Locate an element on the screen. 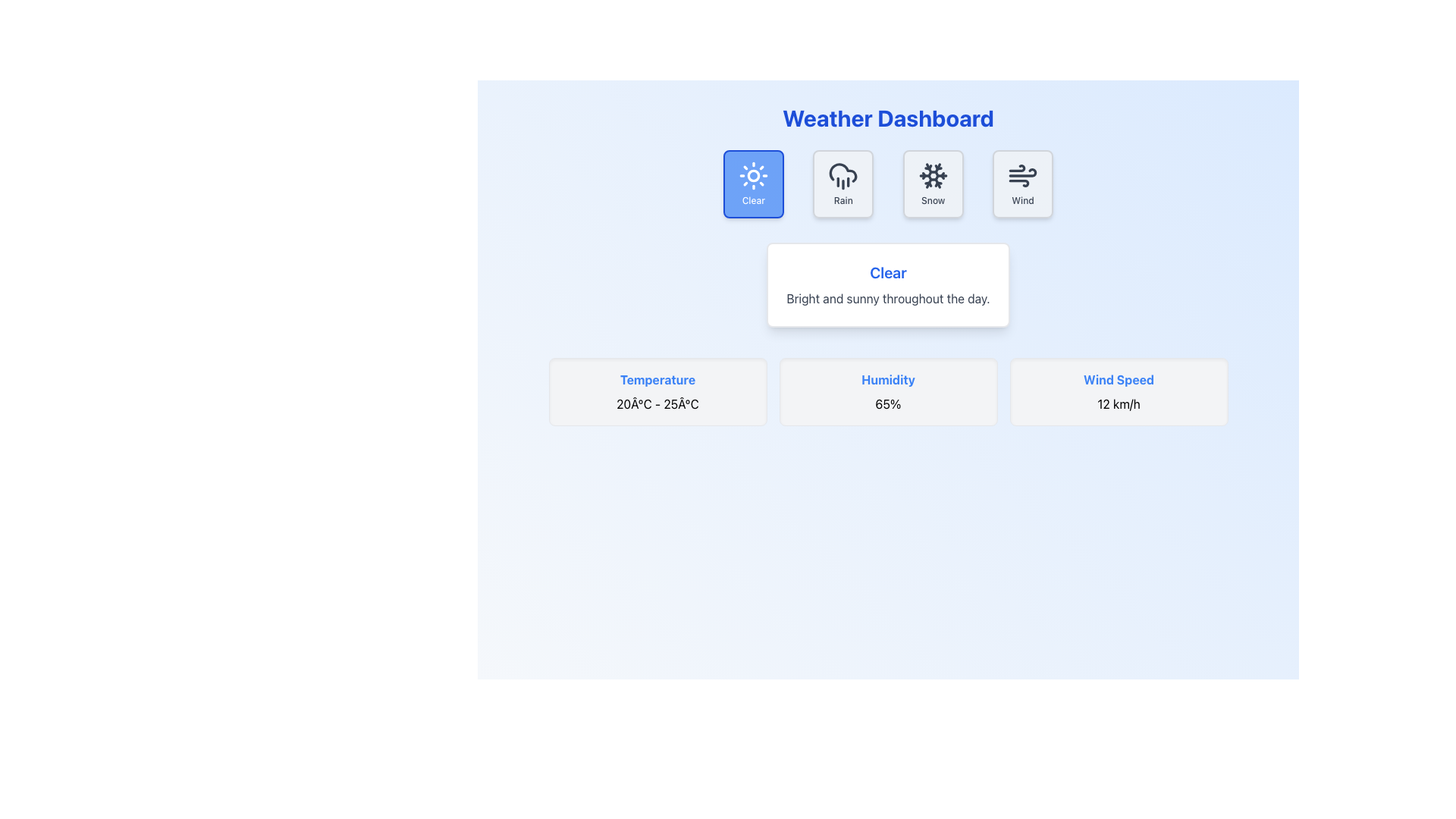 The width and height of the screenshot is (1456, 819). the Information display panel that shows the current humidity level, located as the second panel in a horizontal group of three panels at the bottom of the dashboard interface is located at coordinates (888, 391).